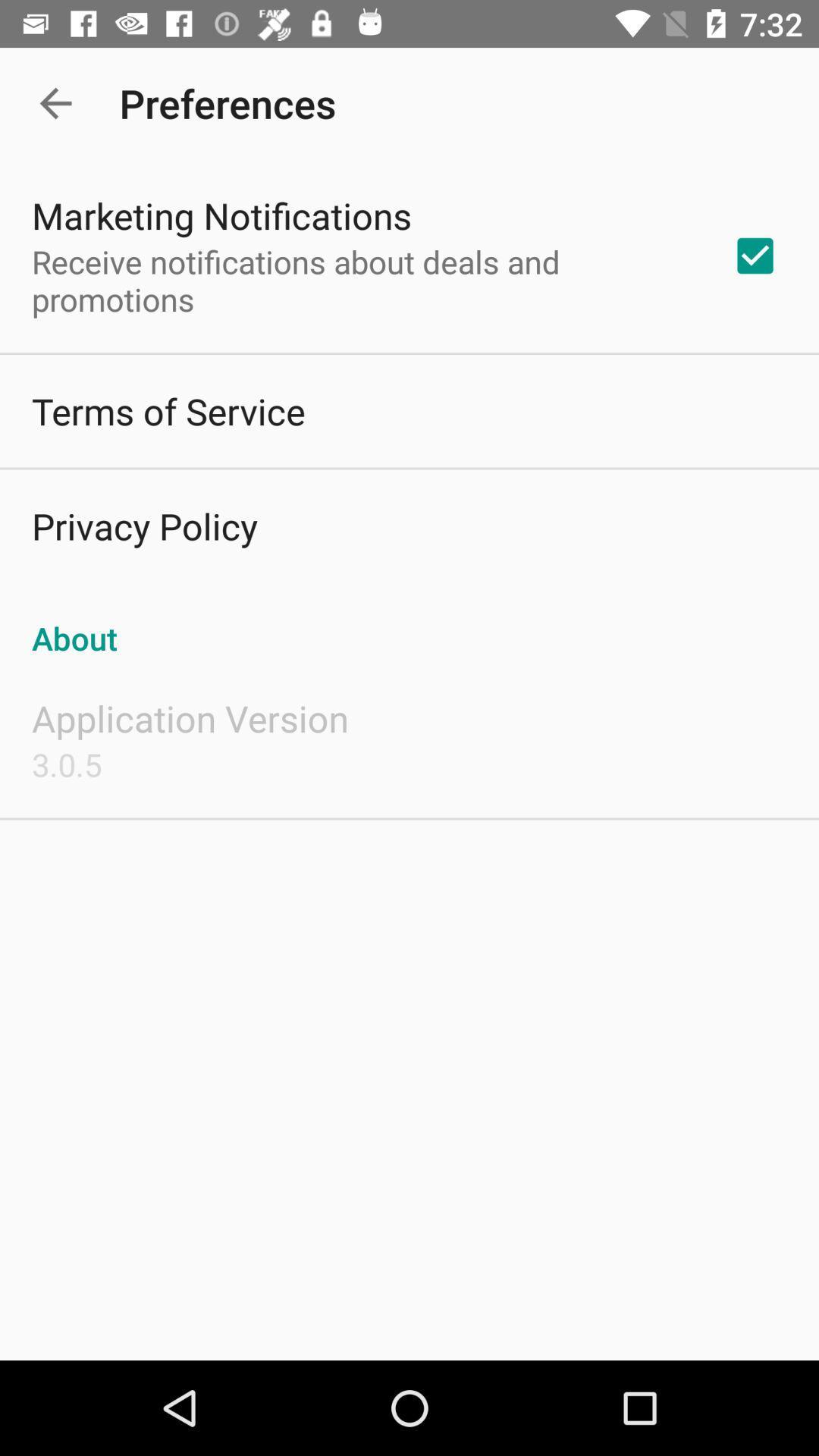  Describe the element at coordinates (66, 764) in the screenshot. I see `3.0.5 item` at that location.